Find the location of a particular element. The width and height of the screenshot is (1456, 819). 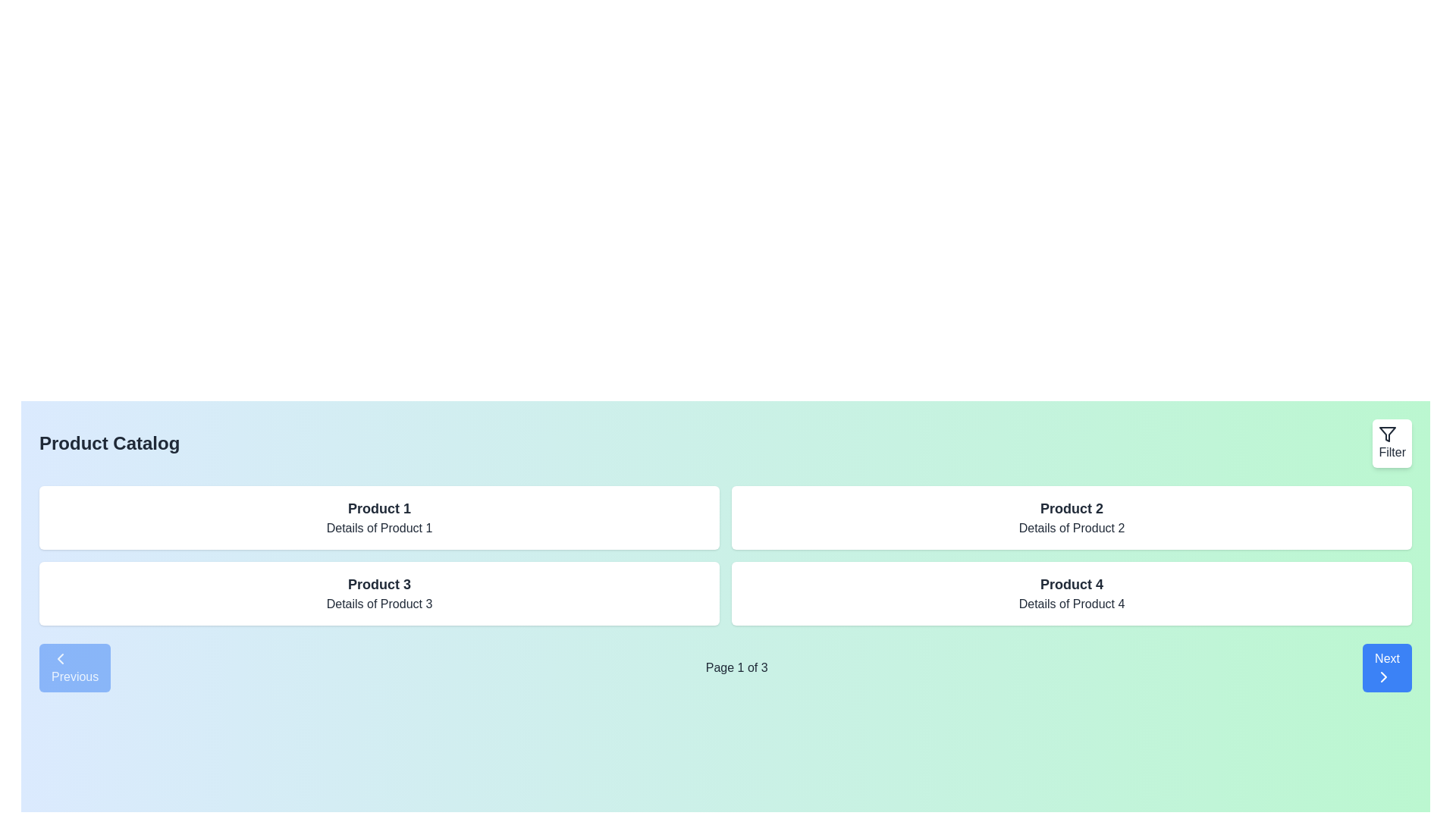

the Information card that showcases product details, located in the second row's left cell of a grid layout is located at coordinates (379, 593).